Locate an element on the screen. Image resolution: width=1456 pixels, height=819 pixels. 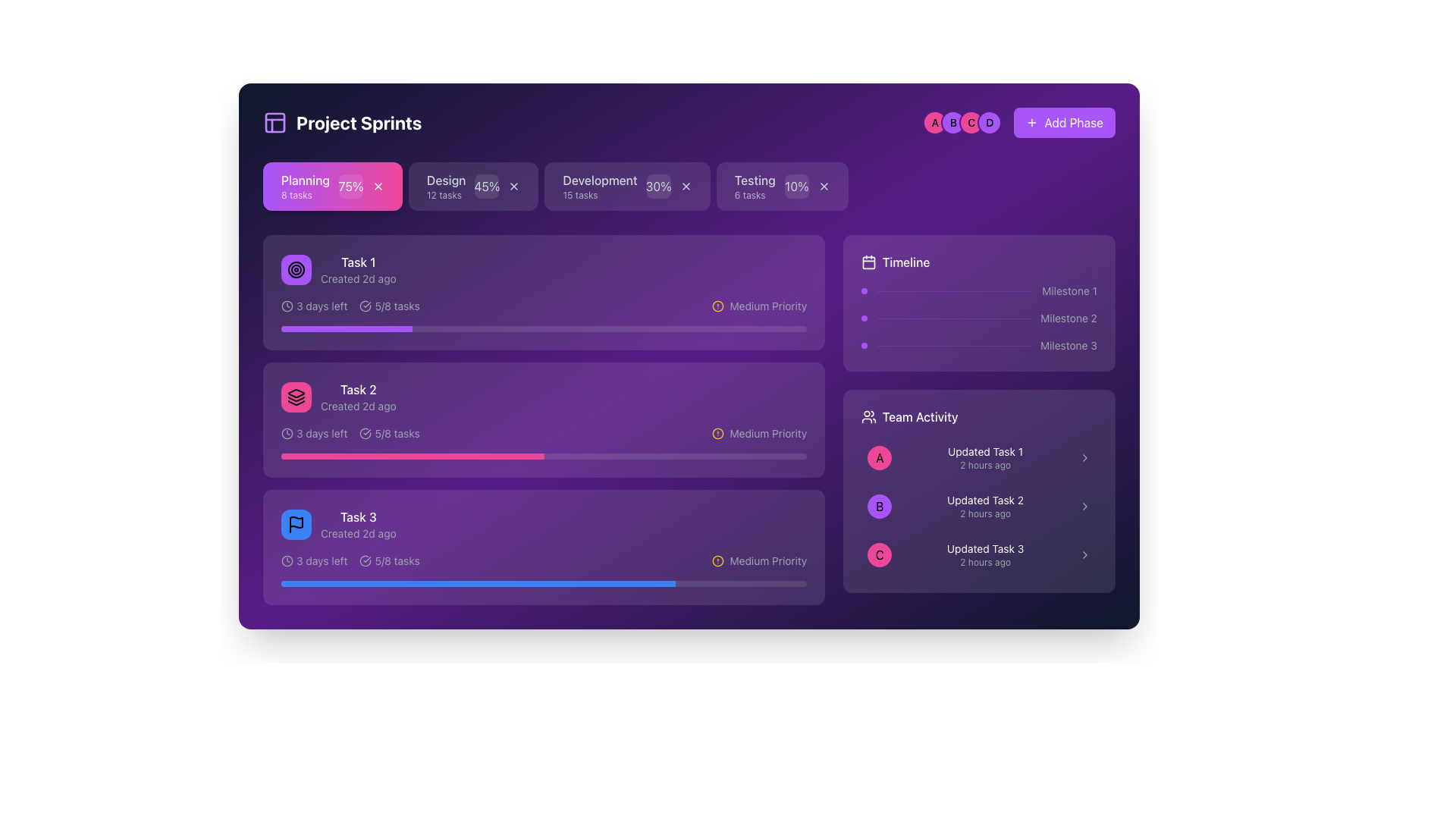
the static display element that shows the progress percentage within the 'Design' phase of the sprint progress bar, located to the right of '12 tasks' and slightly left of the close ('X') button is located at coordinates (487, 186).